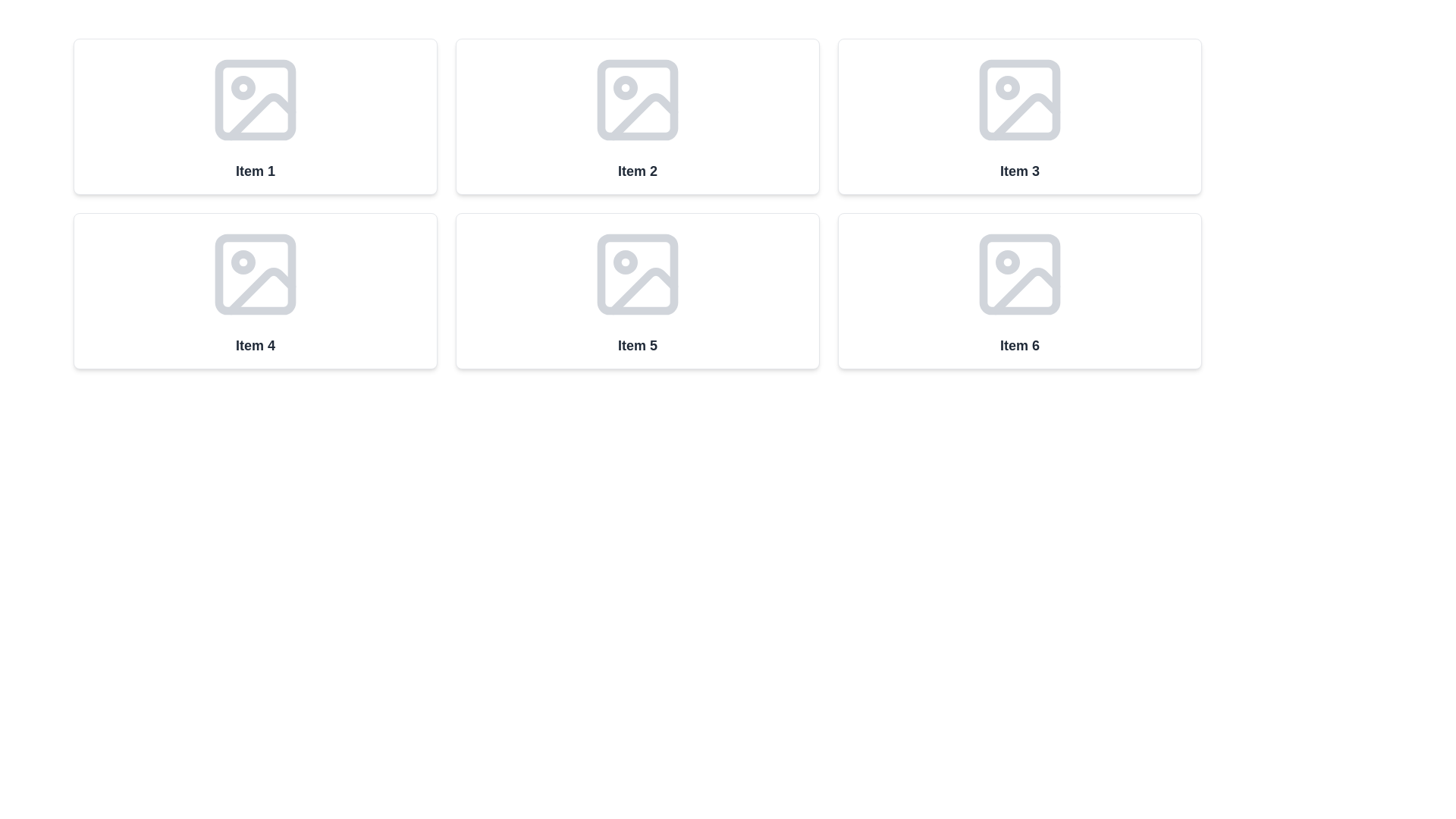 The height and width of the screenshot is (819, 1456). What do you see at coordinates (255, 171) in the screenshot?
I see `the 'Item 1' text label, which is a large, bold, dark gray label located in the lower section of the first card in a 2x3 grid layout` at bounding box center [255, 171].